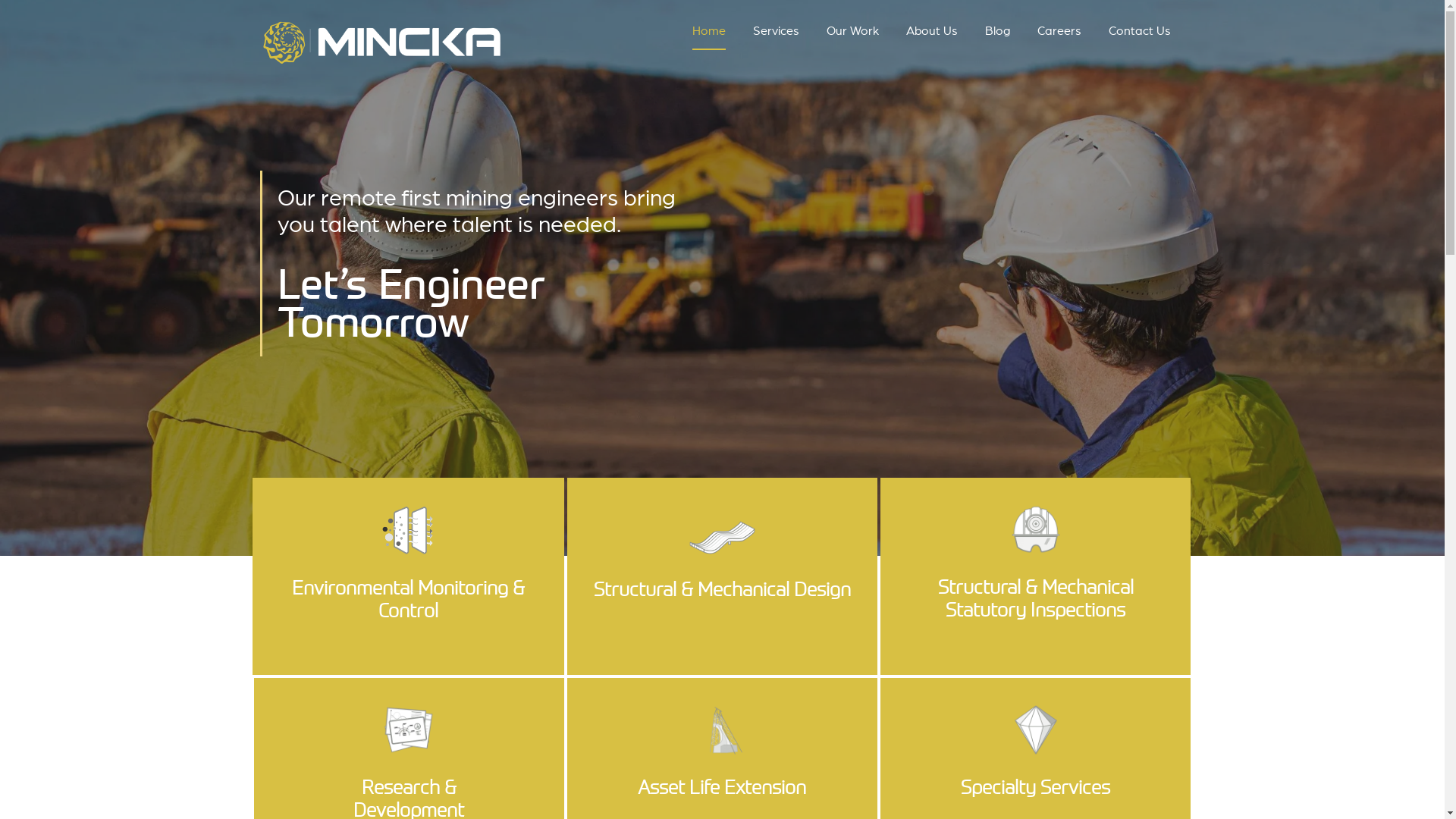  Describe the element at coordinates (708, 34) in the screenshot. I see `'Home'` at that location.